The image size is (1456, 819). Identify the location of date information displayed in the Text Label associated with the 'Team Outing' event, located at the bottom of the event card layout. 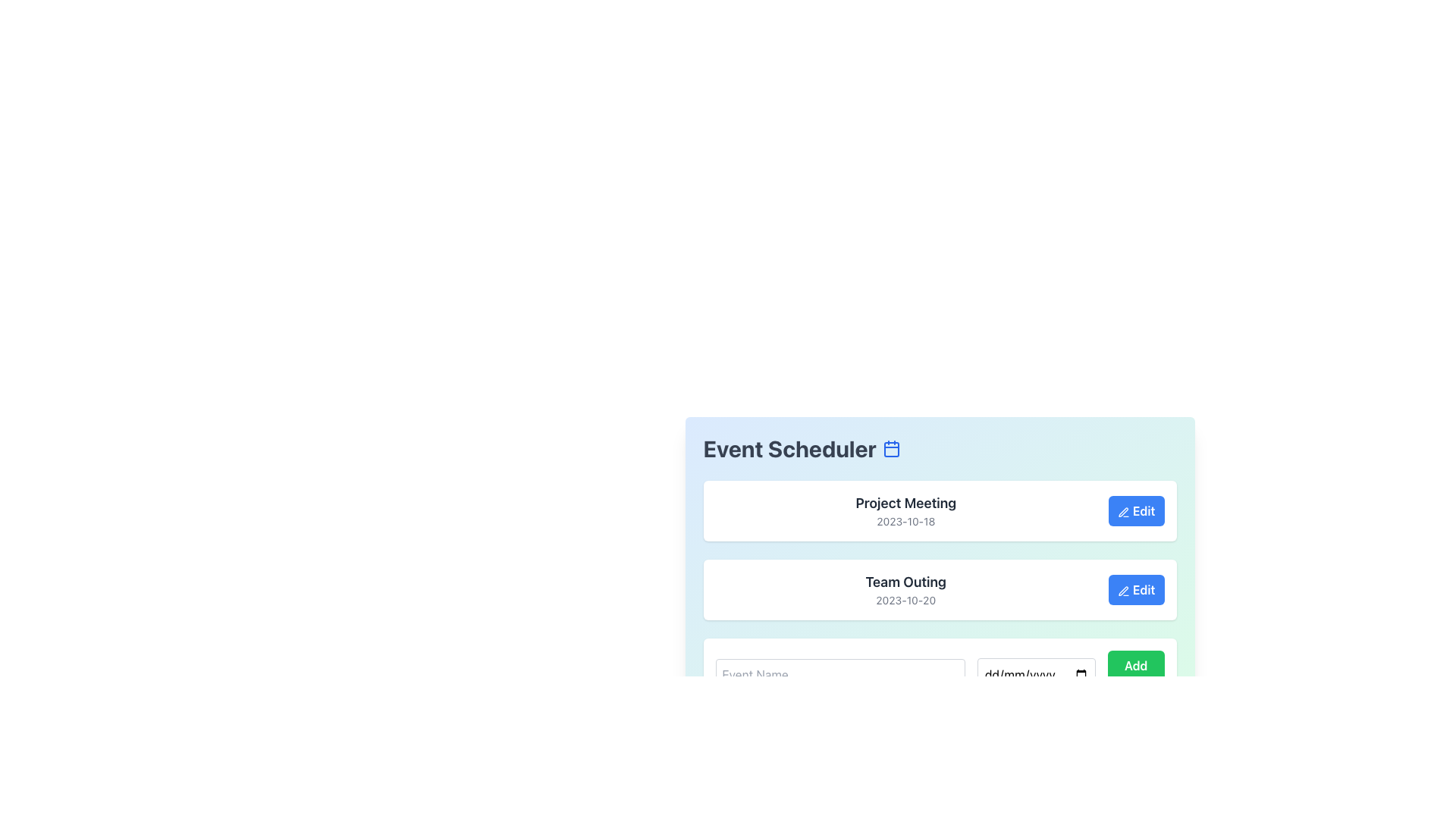
(905, 599).